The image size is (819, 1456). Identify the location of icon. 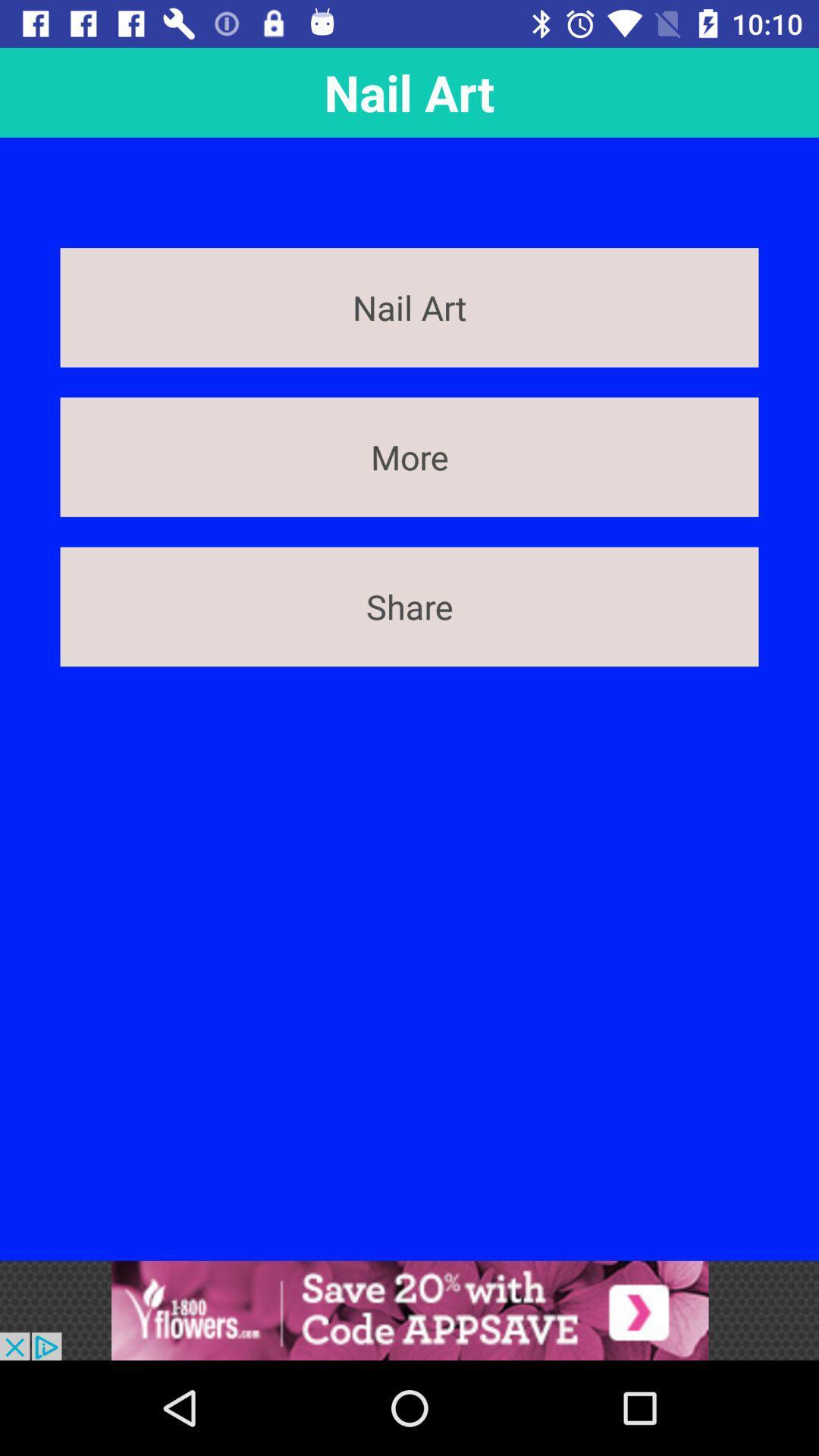
(409, 1310).